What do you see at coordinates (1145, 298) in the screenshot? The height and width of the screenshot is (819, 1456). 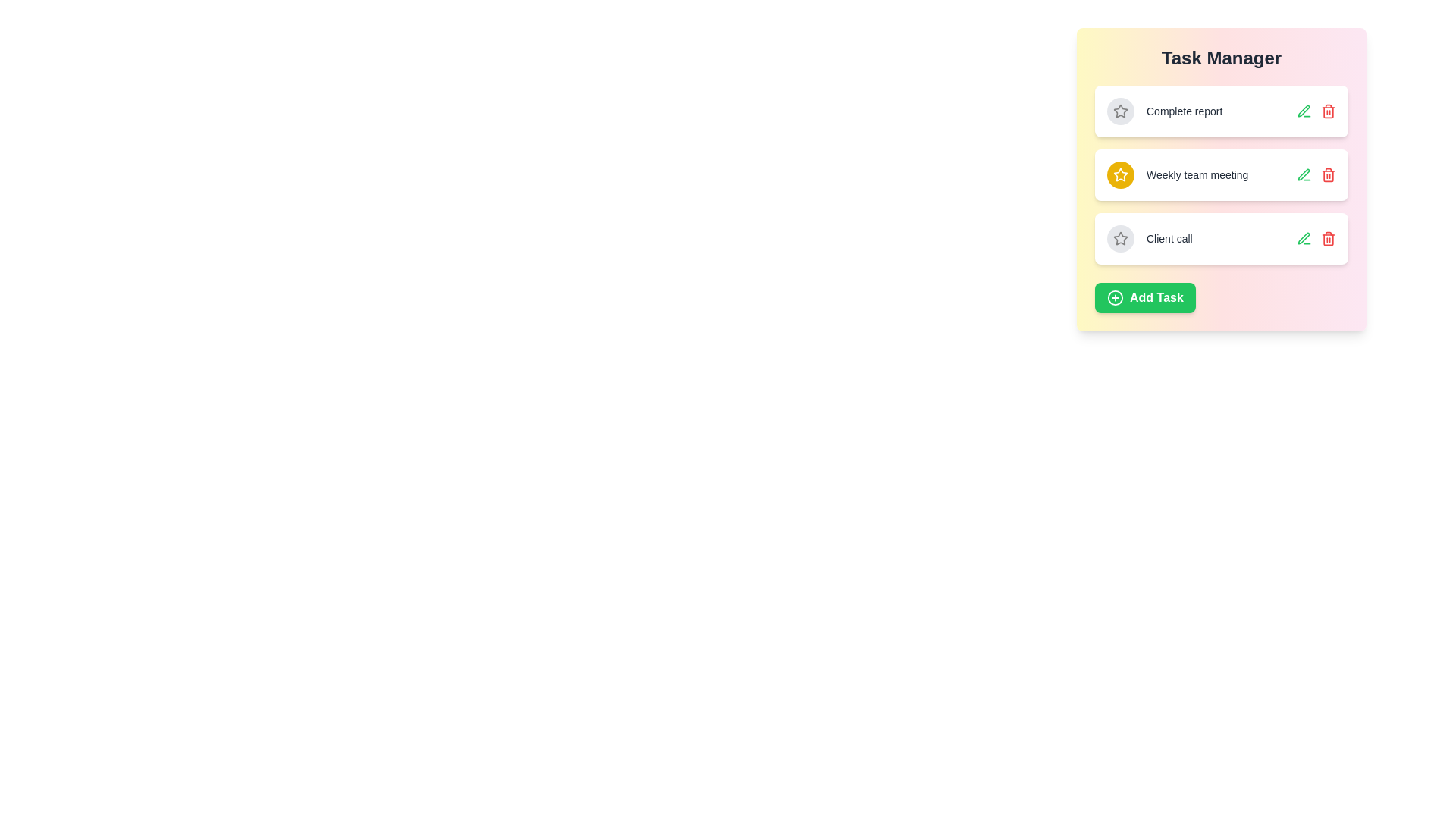 I see `'Add Task' button to add a new task` at bounding box center [1145, 298].